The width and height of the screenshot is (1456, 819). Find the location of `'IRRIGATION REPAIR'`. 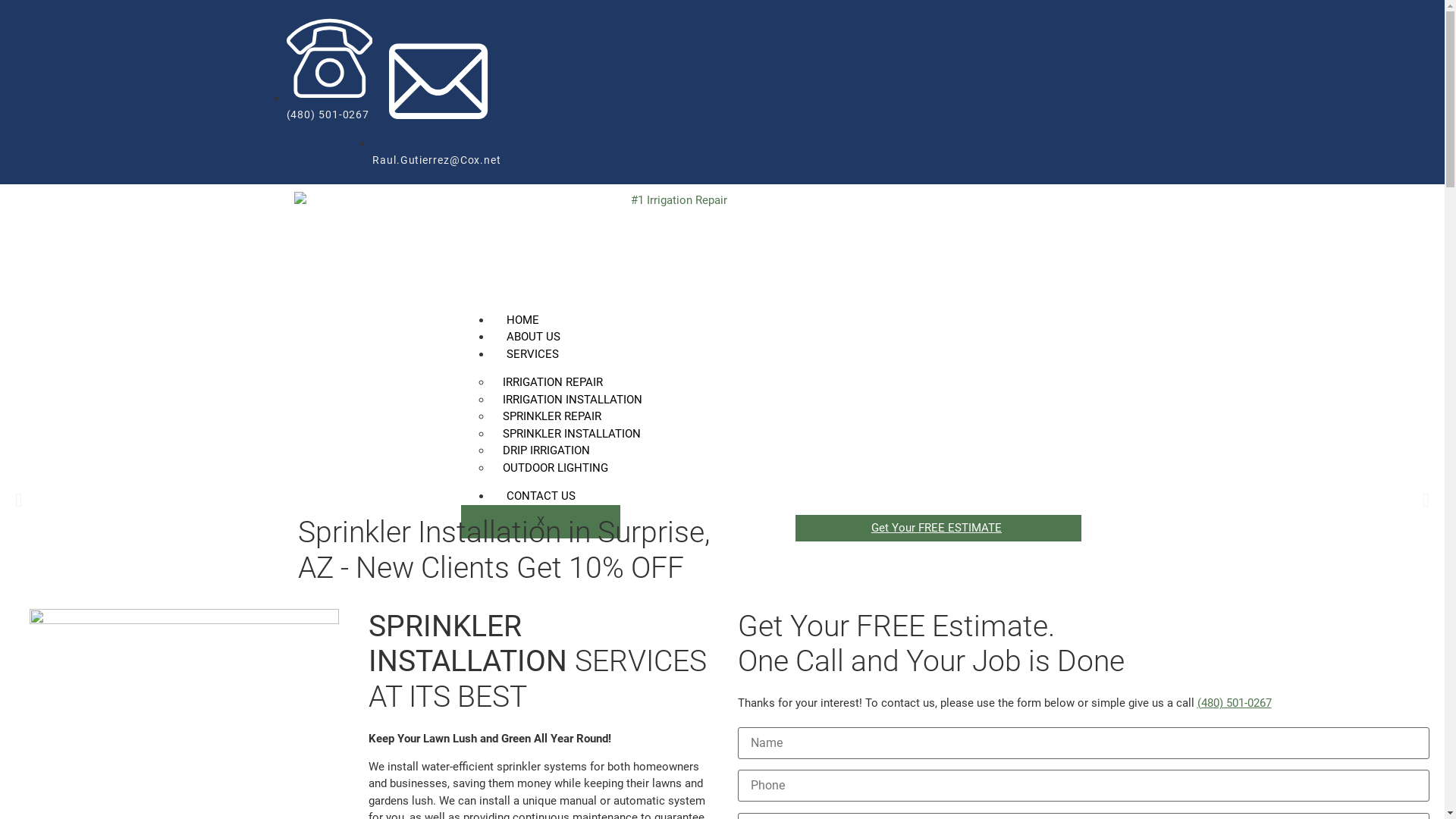

'IRRIGATION REPAIR' is located at coordinates (552, 381).